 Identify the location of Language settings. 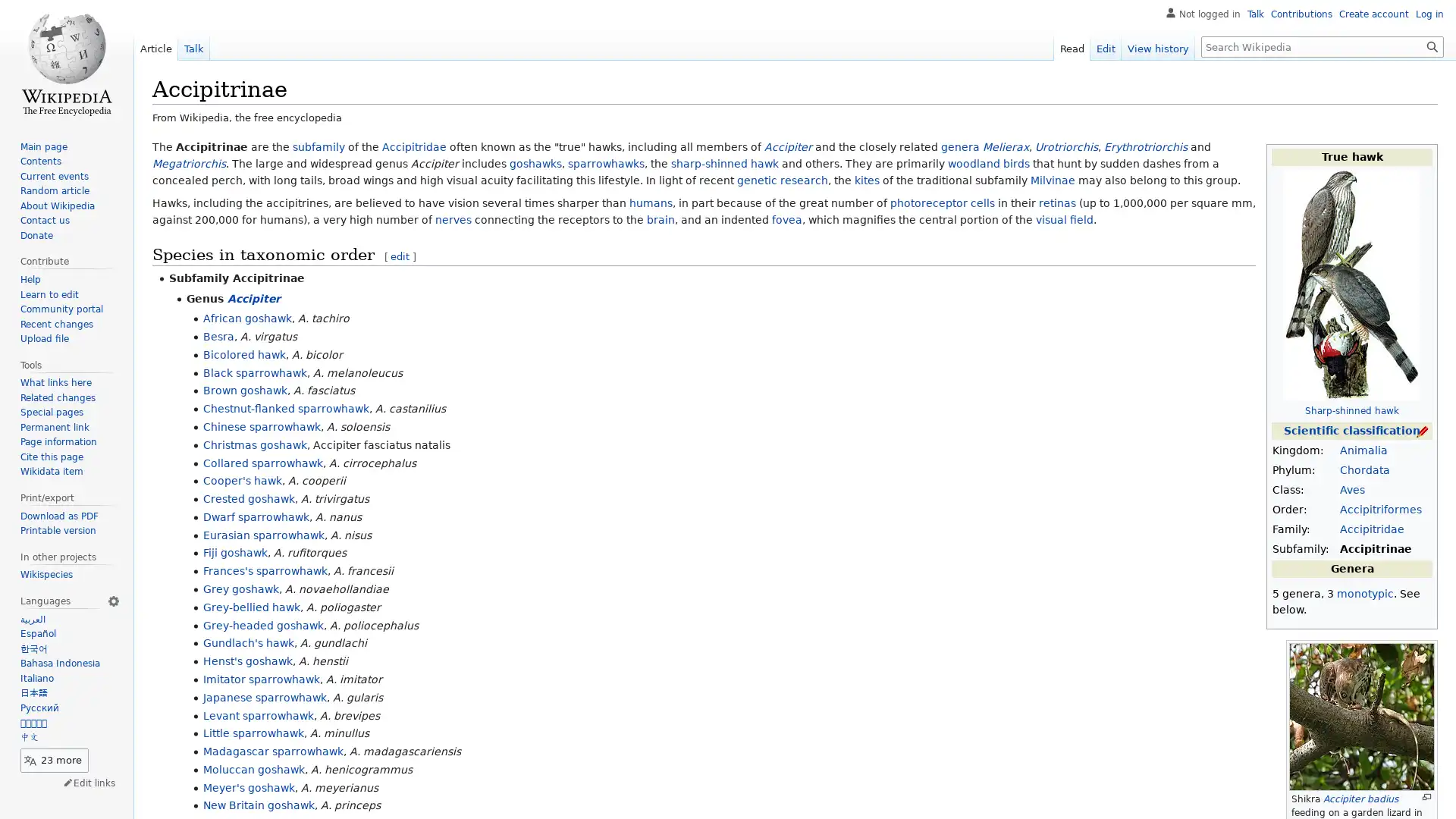
(112, 599).